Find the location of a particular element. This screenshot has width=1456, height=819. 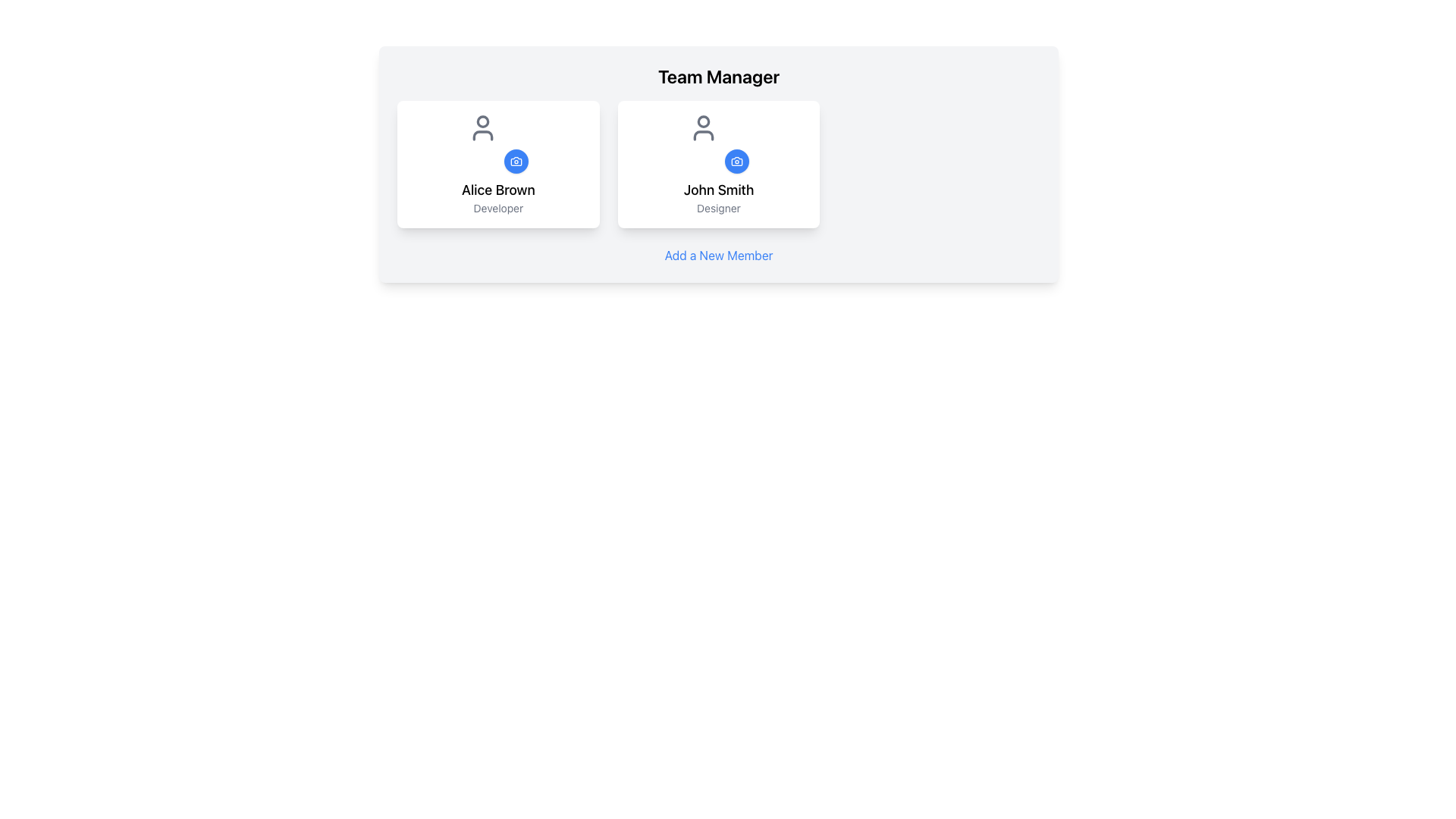

the photography-related icon located at the top right of the 'John Smith' card under the 'Team Manager' heading is located at coordinates (736, 161).